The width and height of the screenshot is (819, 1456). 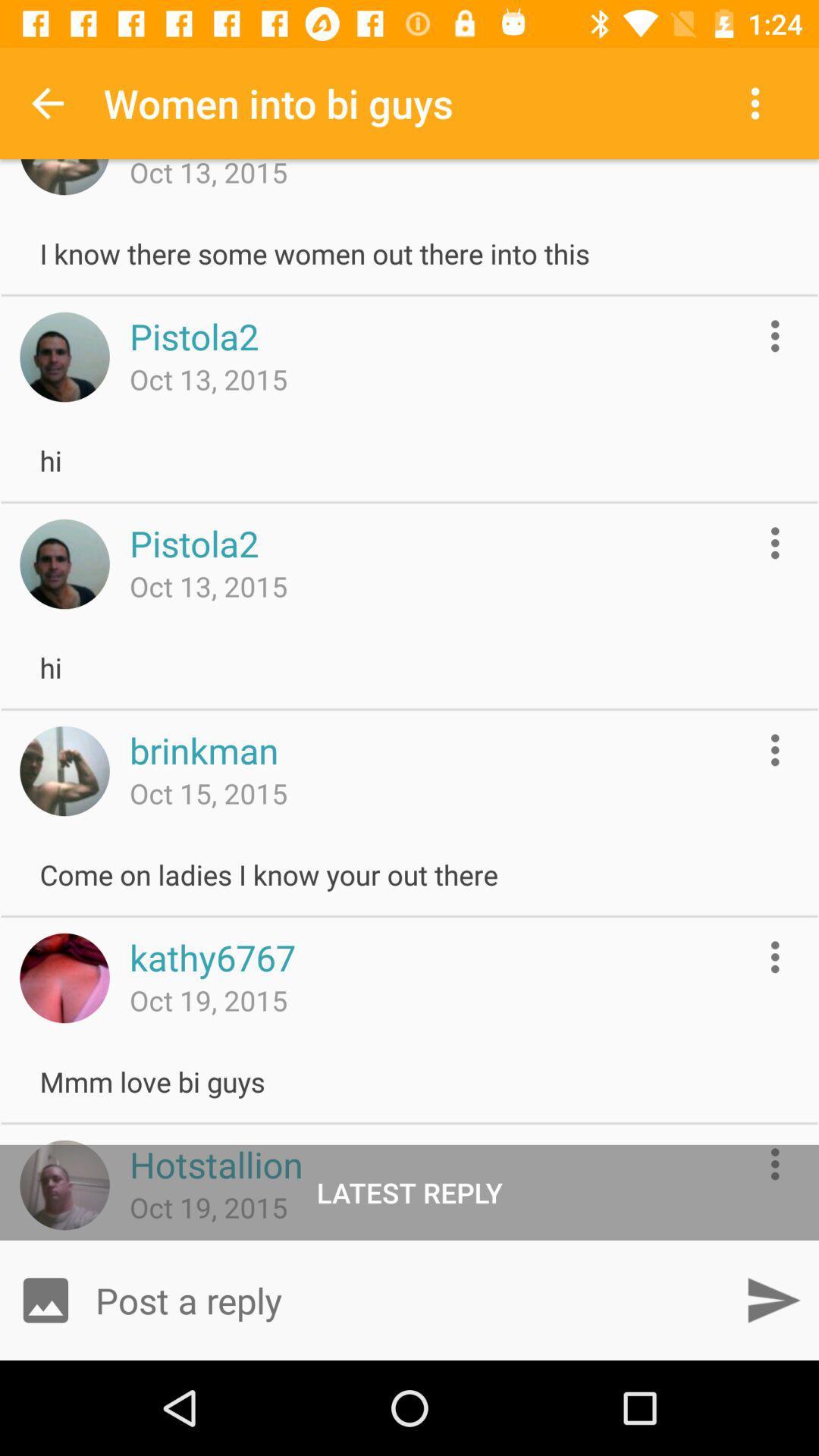 I want to click on send button, so click(x=773, y=1299).